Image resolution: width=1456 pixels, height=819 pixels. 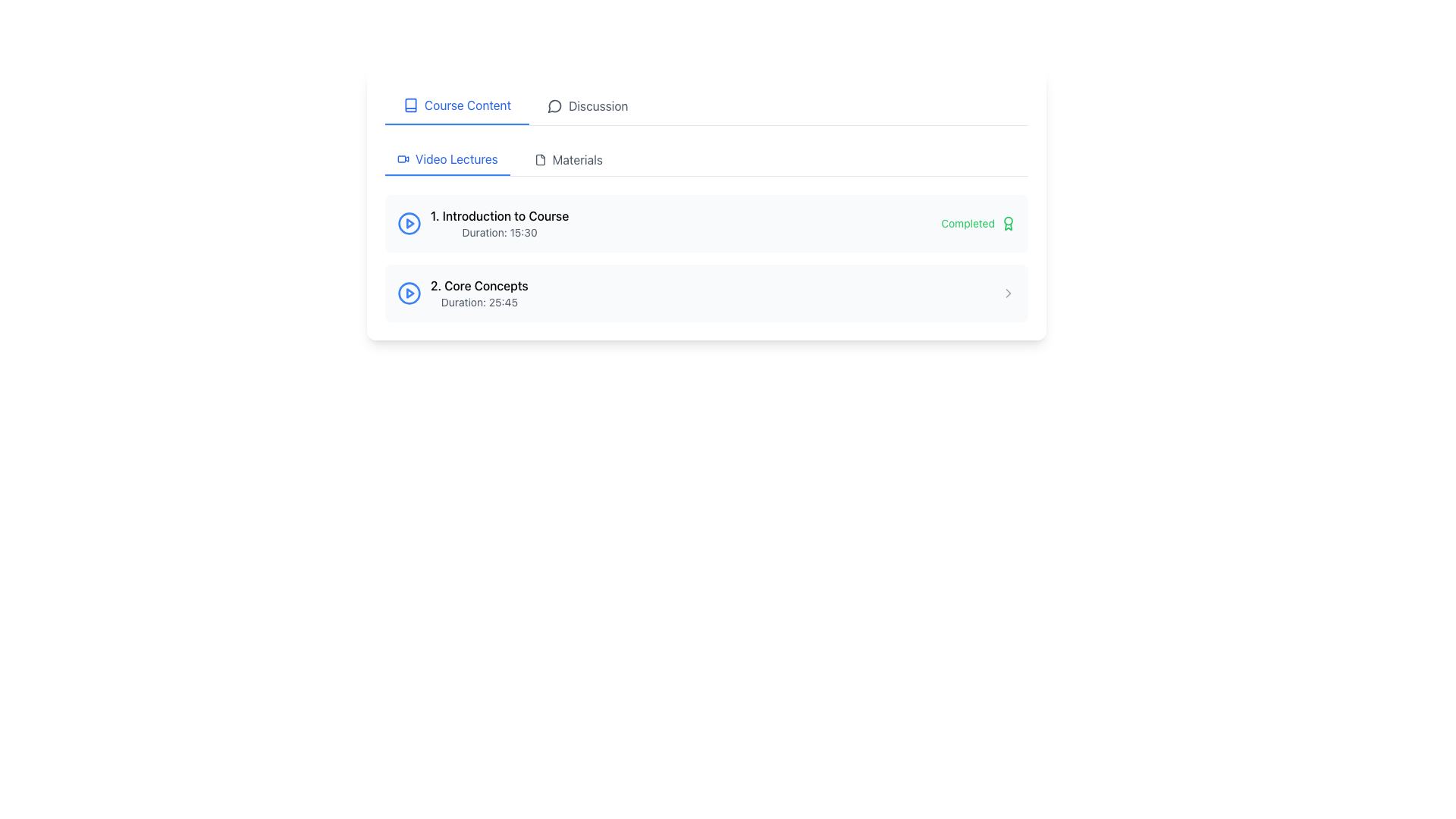 I want to click on the video-related SVG icon that represents 'Video Lectures', positioned to the left of the label text, so click(x=403, y=158).